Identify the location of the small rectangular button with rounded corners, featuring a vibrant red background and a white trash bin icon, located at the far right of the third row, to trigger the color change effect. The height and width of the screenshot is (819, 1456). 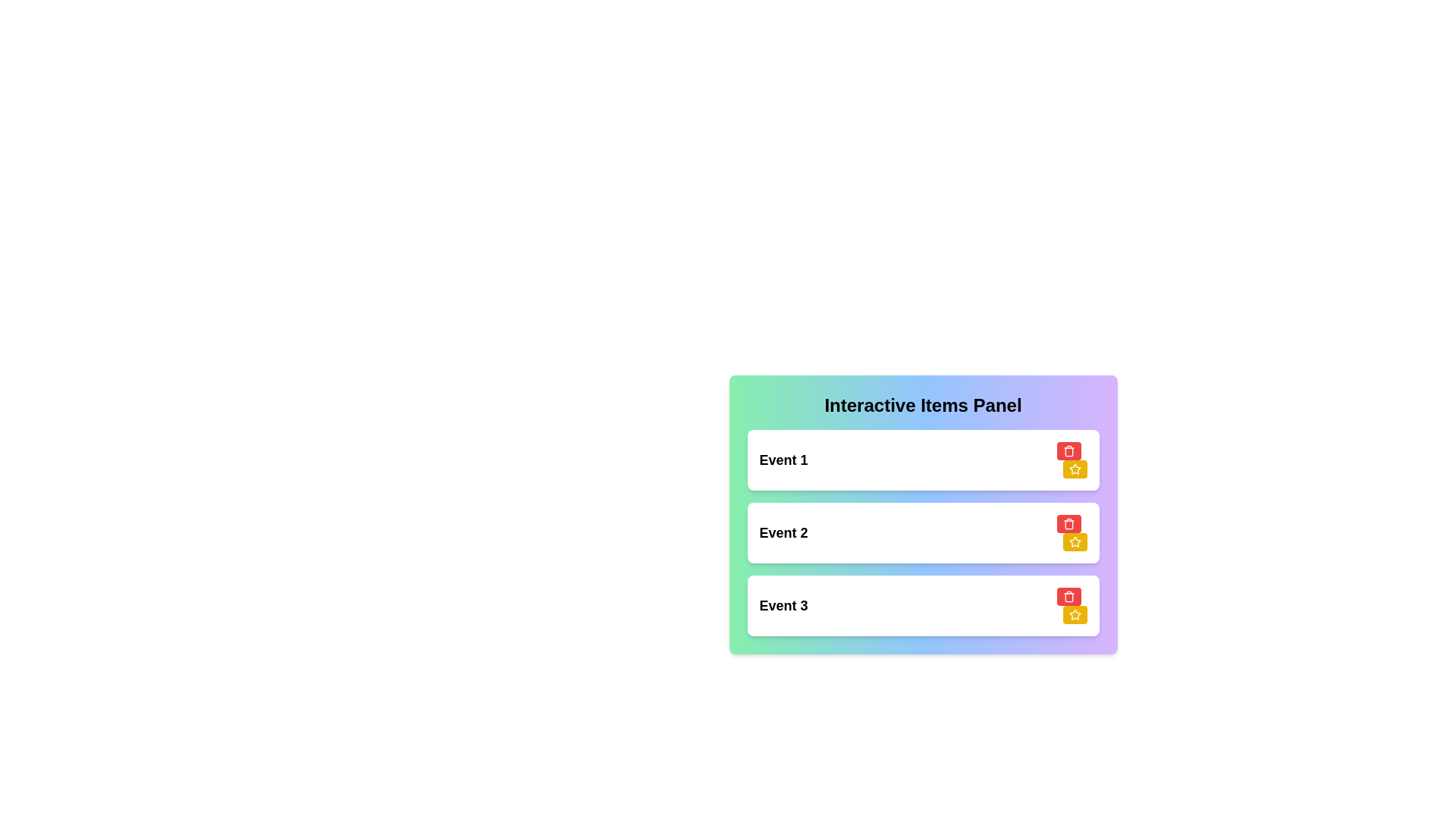
(1068, 595).